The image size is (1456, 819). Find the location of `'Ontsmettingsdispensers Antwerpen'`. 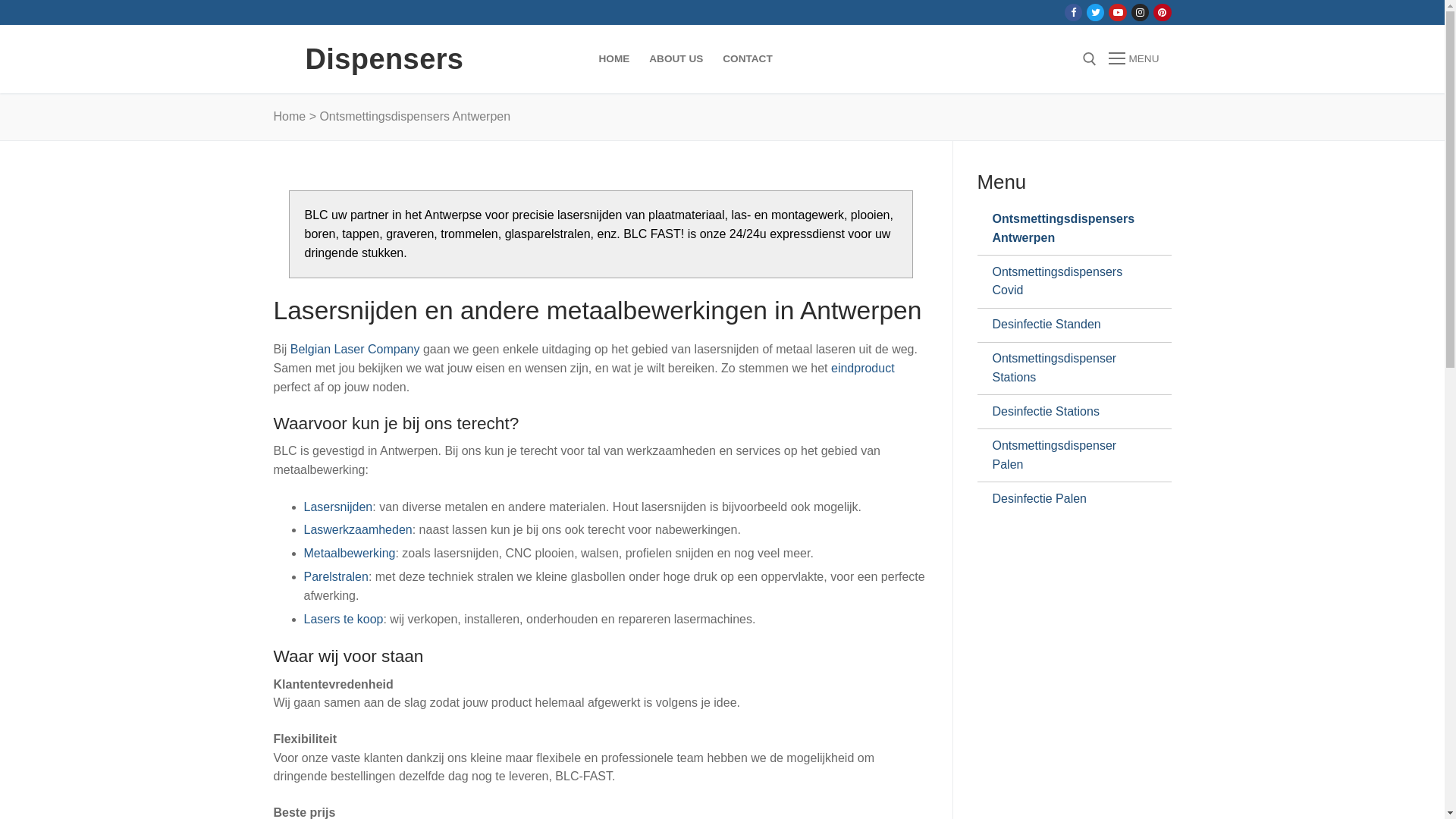

'Ontsmettingsdispensers Antwerpen' is located at coordinates (1066, 228).